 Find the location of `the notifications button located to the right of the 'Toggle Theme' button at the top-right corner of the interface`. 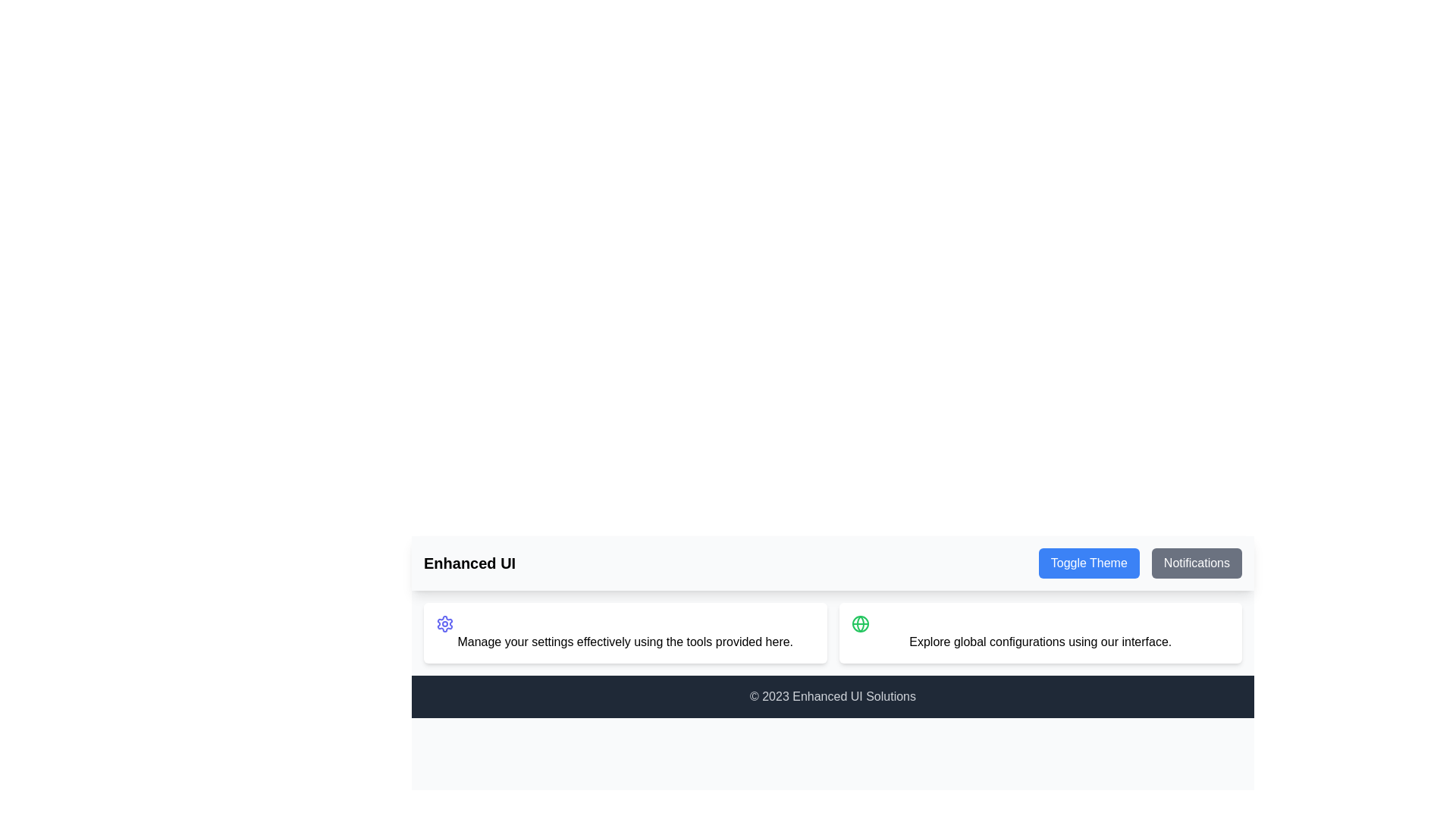

the notifications button located to the right of the 'Toggle Theme' button at the top-right corner of the interface is located at coordinates (1196, 563).